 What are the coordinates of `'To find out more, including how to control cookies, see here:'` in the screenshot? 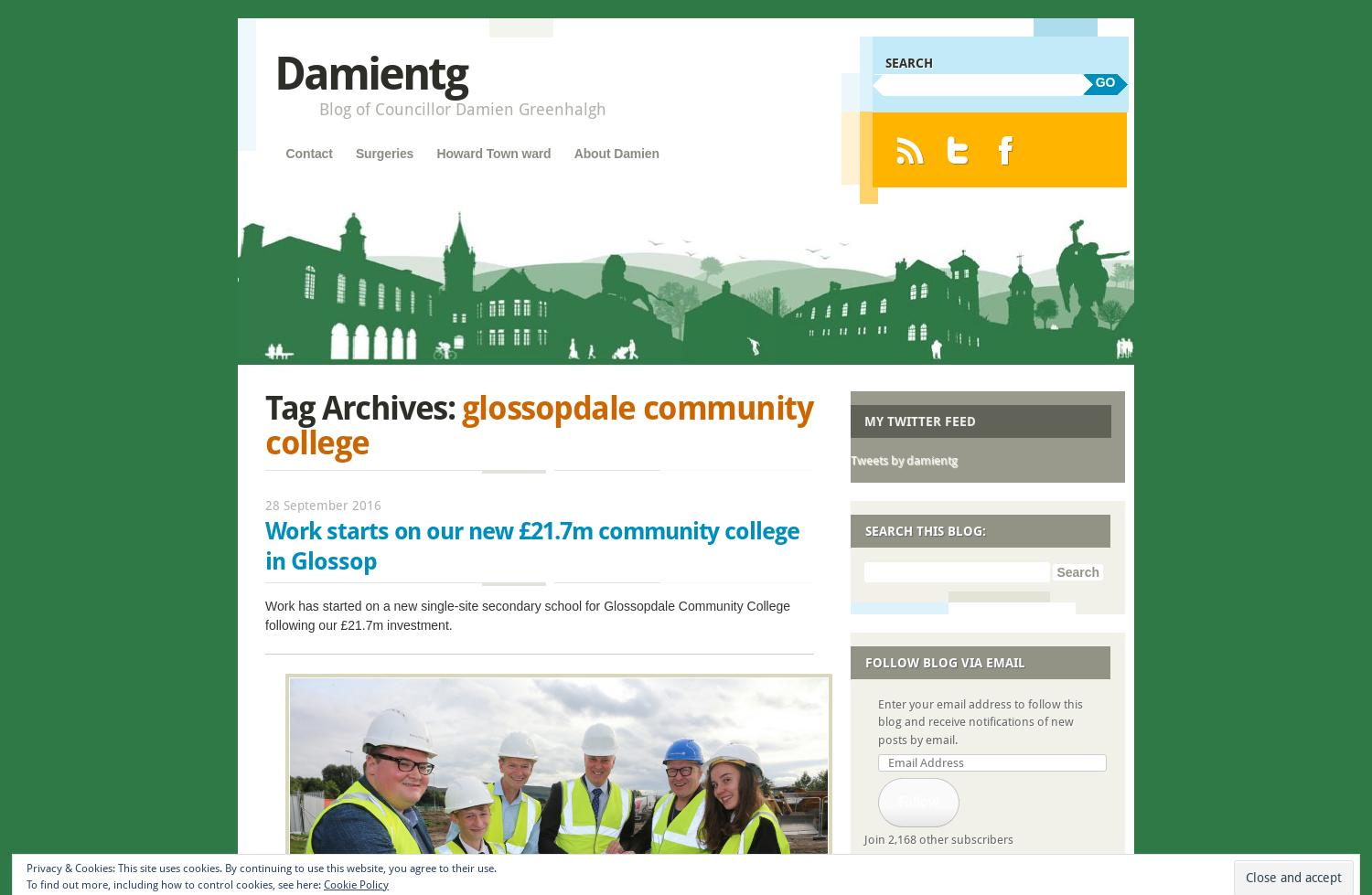 It's located at (174, 884).